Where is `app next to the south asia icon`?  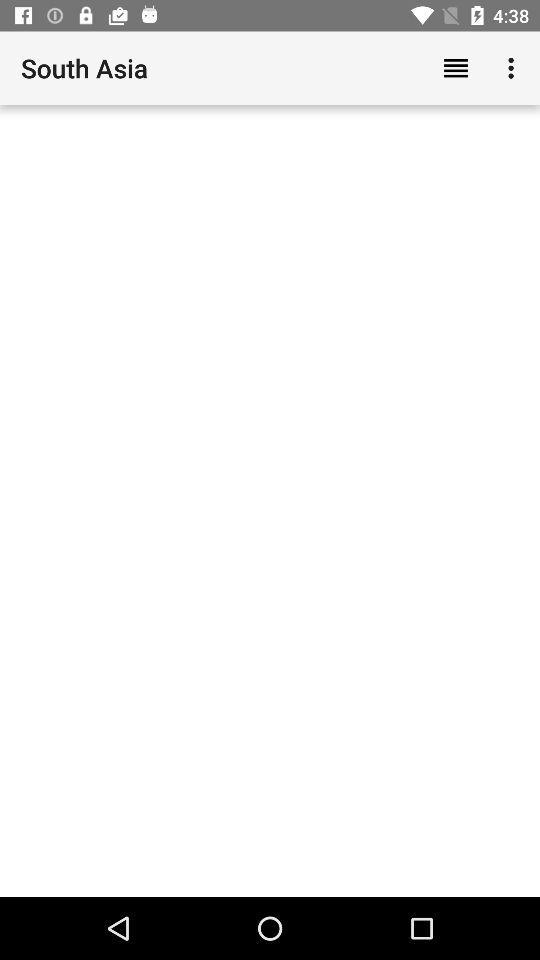
app next to the south asia icon is located at coordinates (455, 68).